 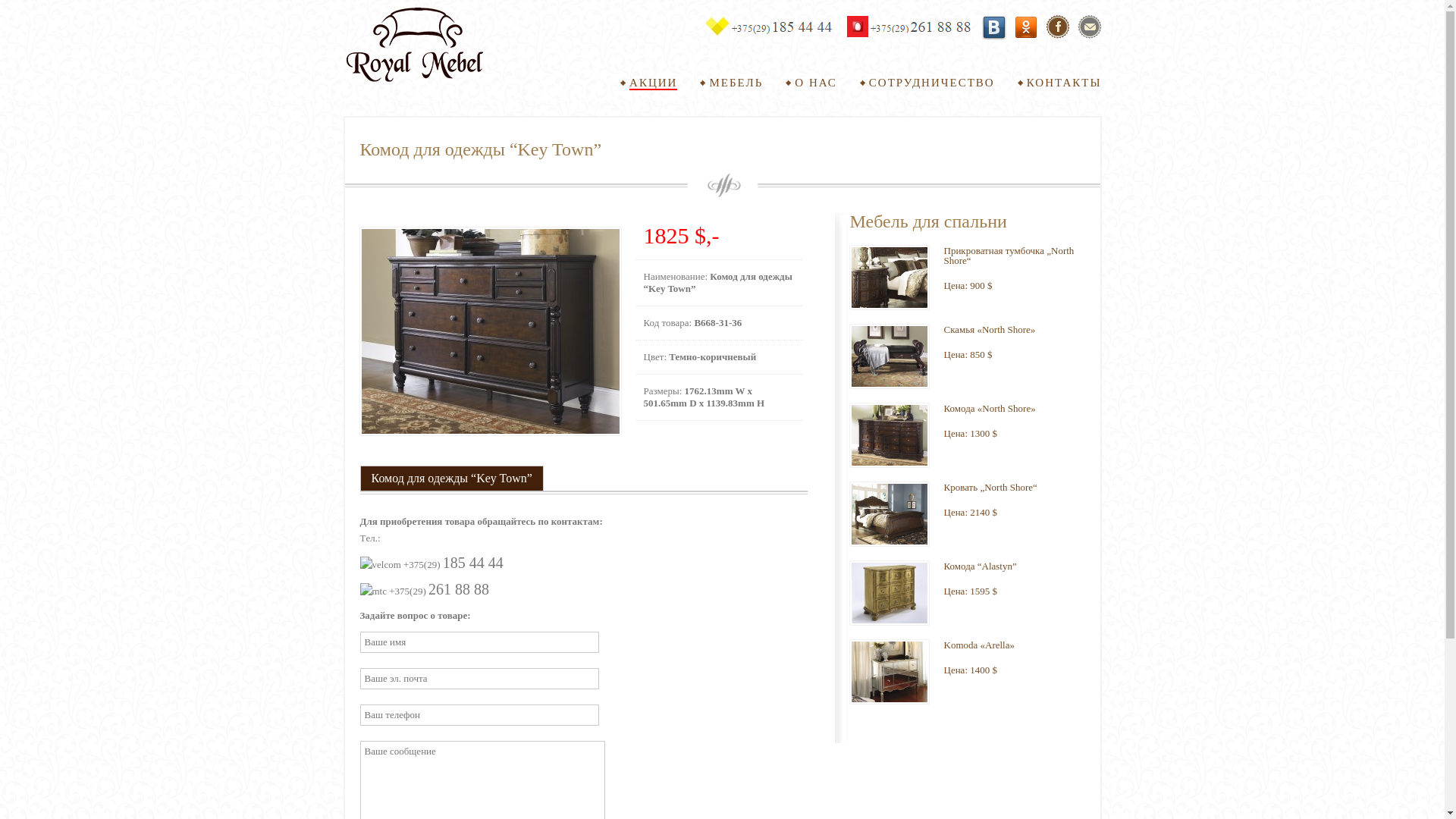 I want to click on 'Vkontakte', so click(x=993, y=27).